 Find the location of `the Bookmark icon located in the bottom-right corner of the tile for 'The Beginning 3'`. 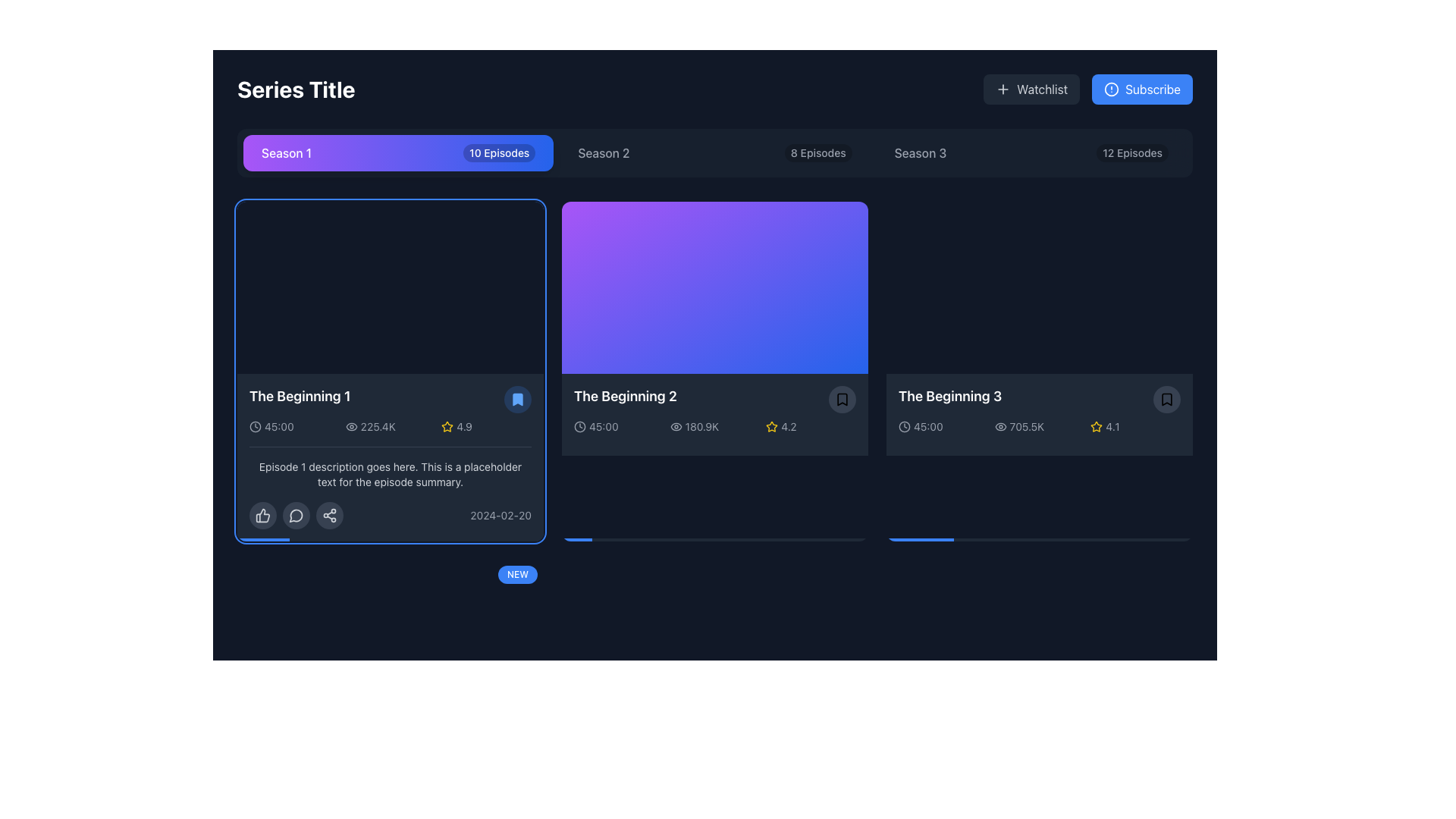

the Bookmark icon located in the bottom-right corner of the tile for 'The Beginning 3' is located at coordinates (1166, 399).